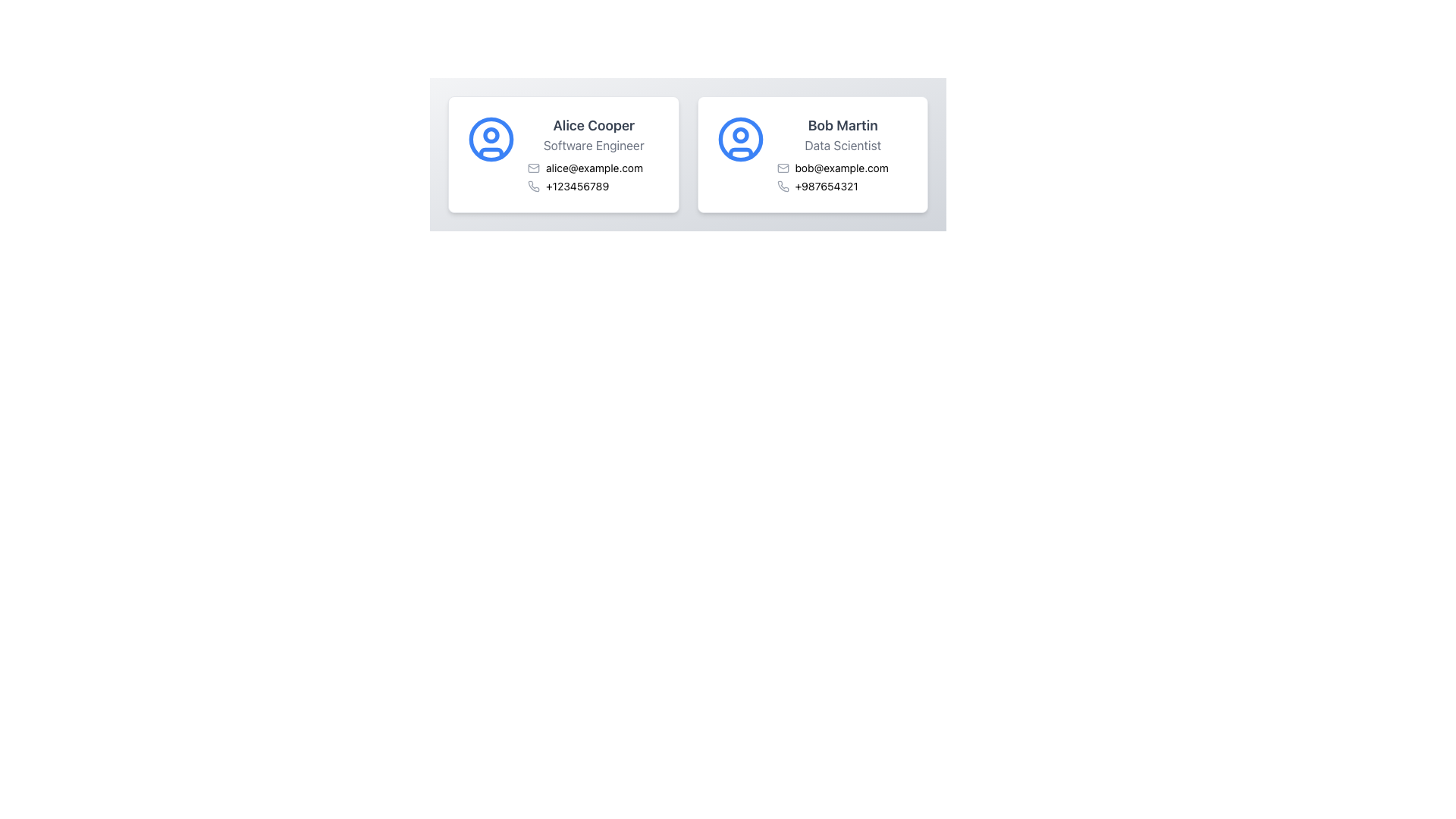  What do you see at coordinates (842, 168) in the screenshot?
I see `the interactive label displaying the email address 'bob@example.com' with an envelope icon, located below the 'Data Scientist' designation text in Bob Martin's section` at bounding box center [842, 168].